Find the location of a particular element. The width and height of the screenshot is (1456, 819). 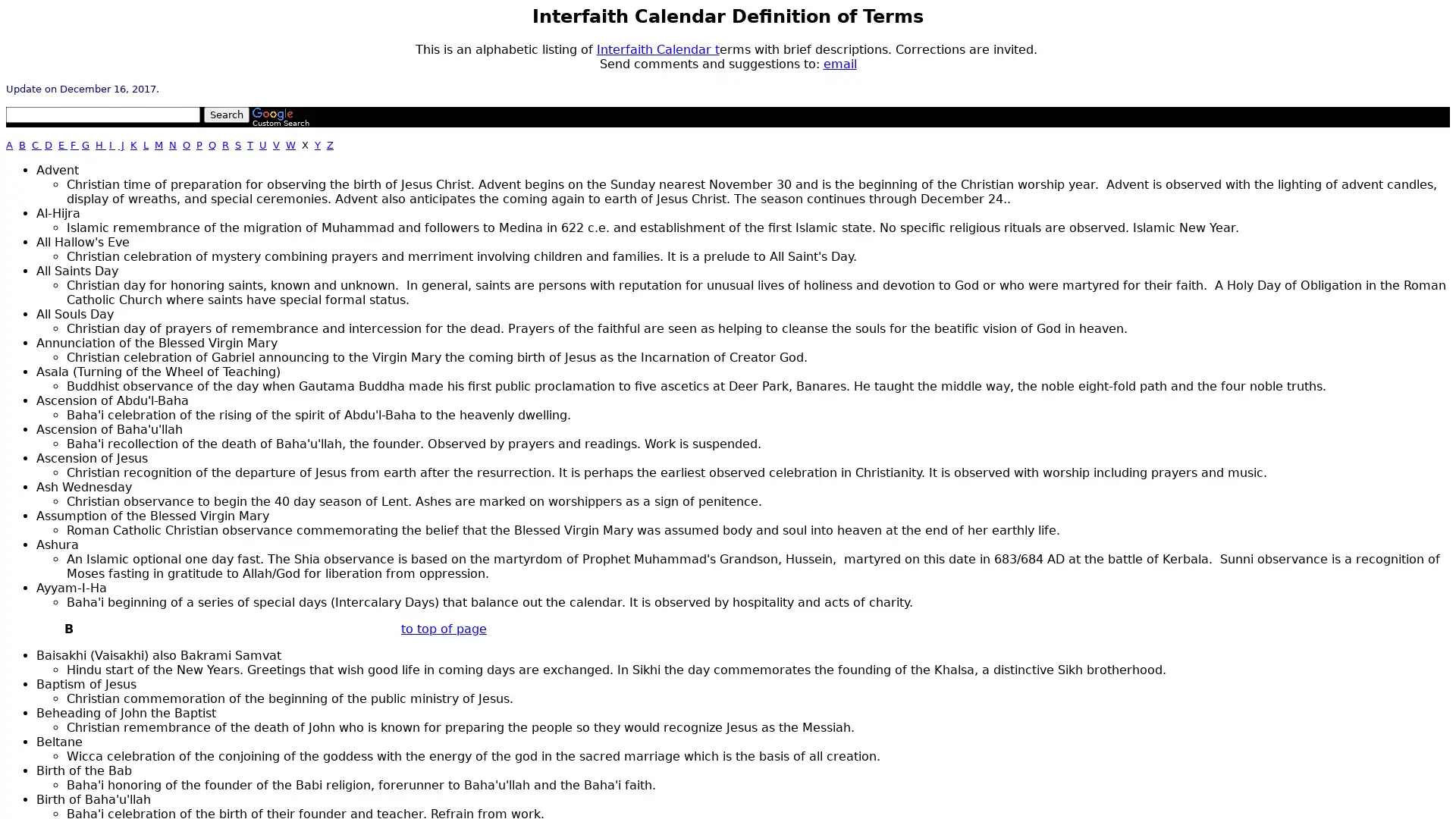

Search is located at coordinates (225, 113).